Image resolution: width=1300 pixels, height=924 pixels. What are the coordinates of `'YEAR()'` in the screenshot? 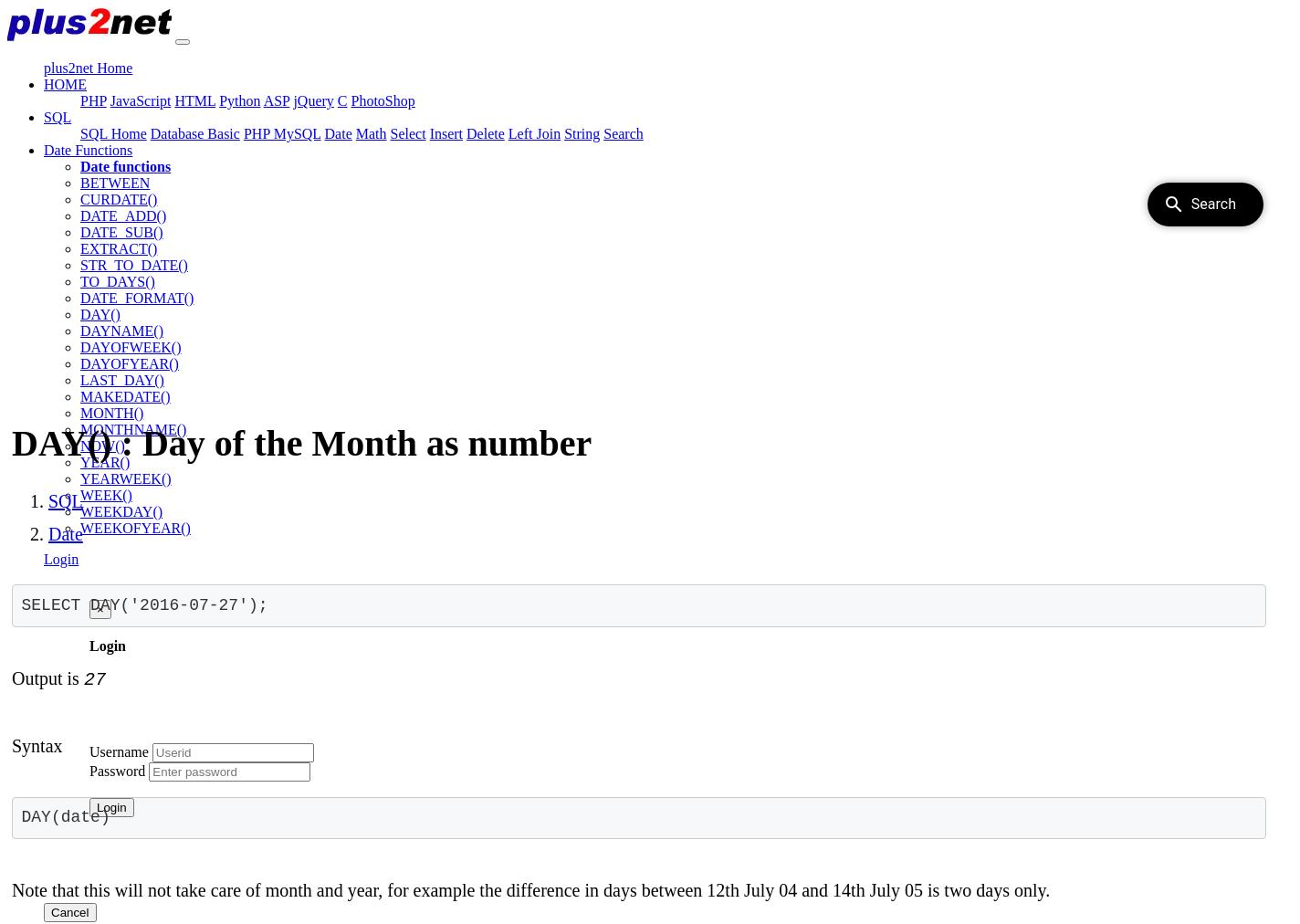 It's located at (105, 462).